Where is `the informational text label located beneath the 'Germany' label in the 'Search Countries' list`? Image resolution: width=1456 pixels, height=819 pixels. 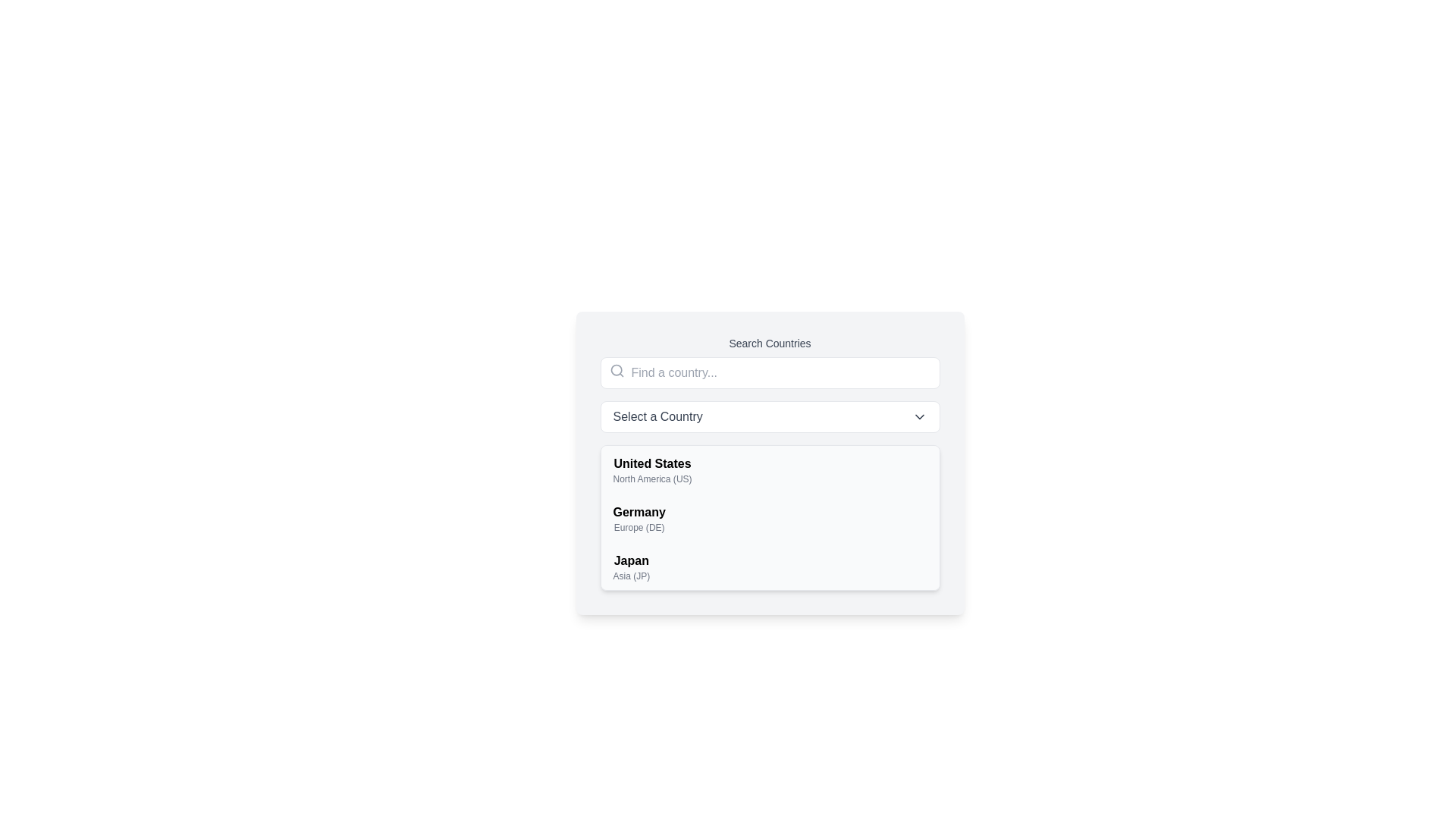 the informational text label located beneath the 'Germany' label in the 'Search Countries' list is located at coordinates (639, 526).